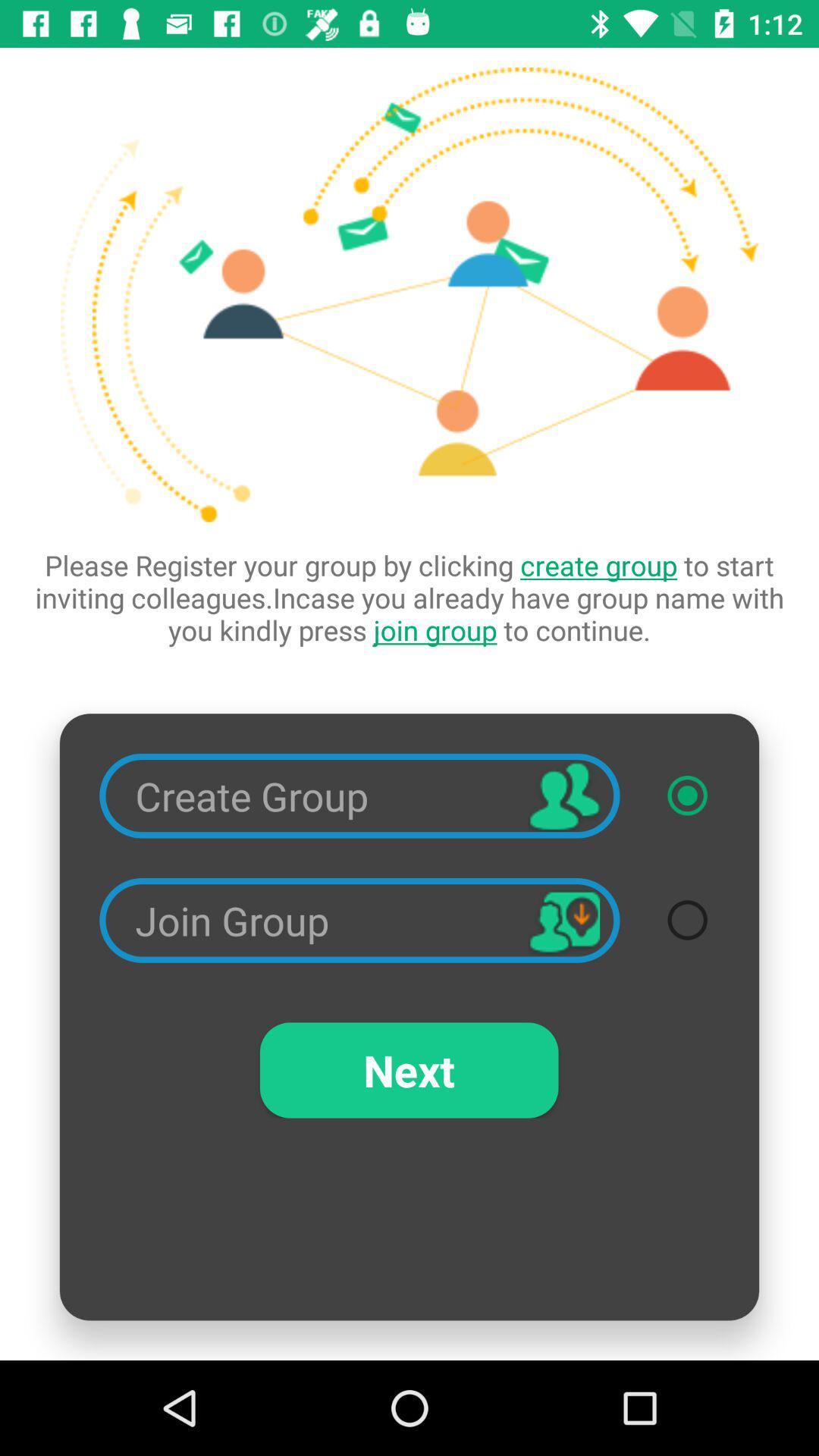 Image resolution: width=819 pixels, height=1456 pixels. What do you see at coordinates (687, 795) in the screenshot?
I see `this option` at bounding box center [687, 795].